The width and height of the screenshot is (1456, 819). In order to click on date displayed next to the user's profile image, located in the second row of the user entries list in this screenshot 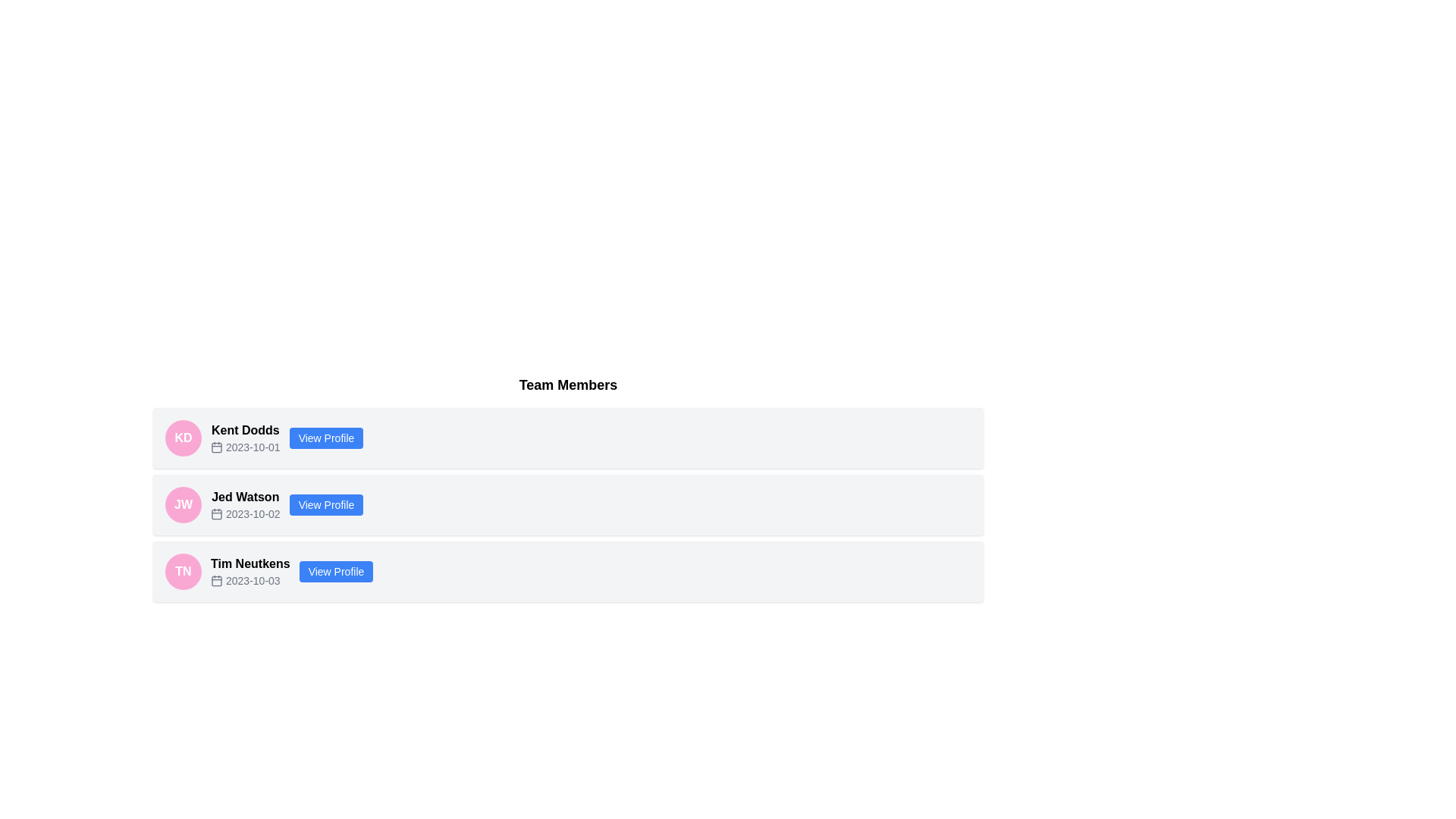, I will do `click(245, 513)`.